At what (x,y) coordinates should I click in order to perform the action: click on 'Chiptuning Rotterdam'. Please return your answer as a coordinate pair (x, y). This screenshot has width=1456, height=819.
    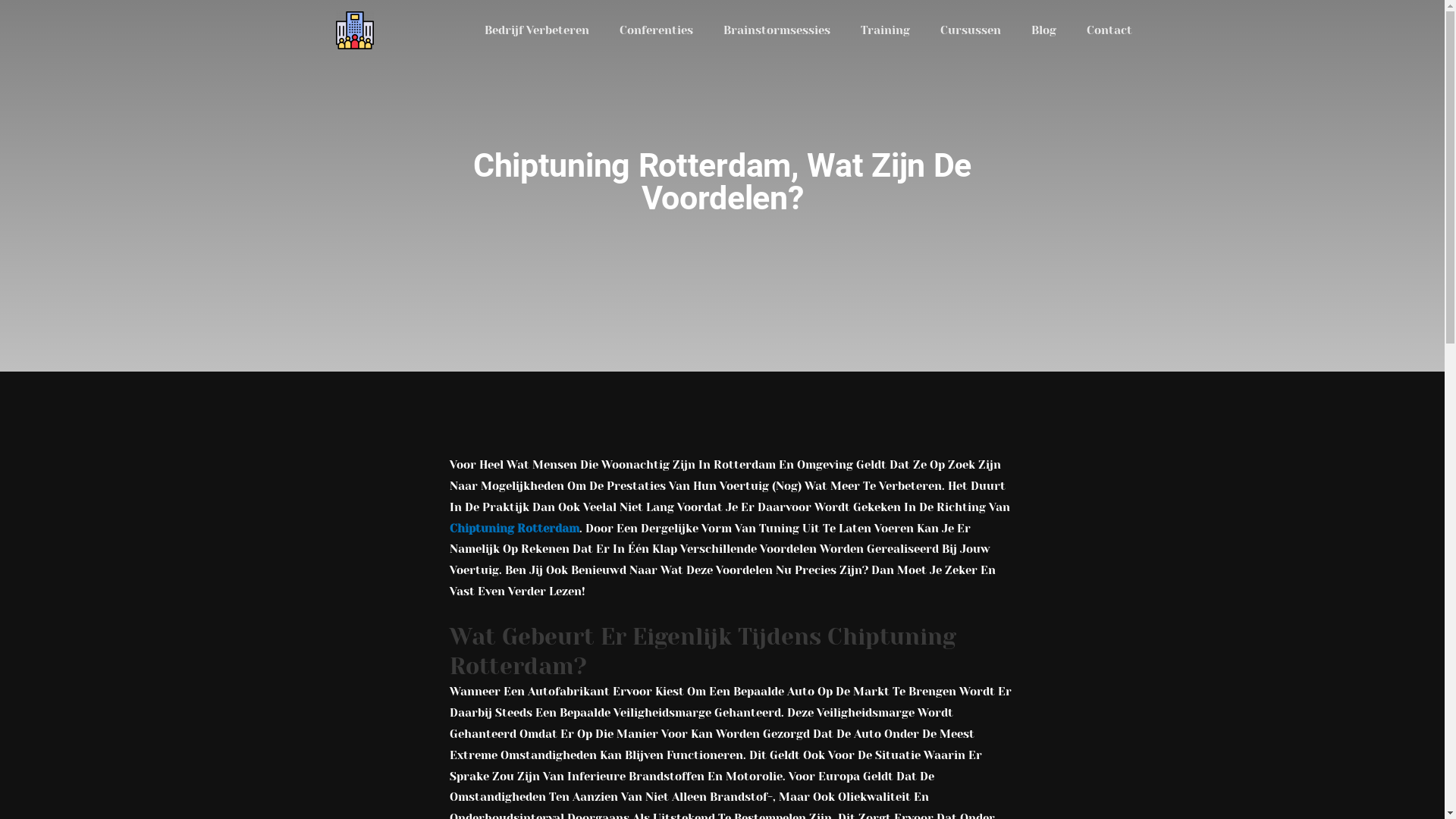
    Looking at the image, I should click on (513, 528).